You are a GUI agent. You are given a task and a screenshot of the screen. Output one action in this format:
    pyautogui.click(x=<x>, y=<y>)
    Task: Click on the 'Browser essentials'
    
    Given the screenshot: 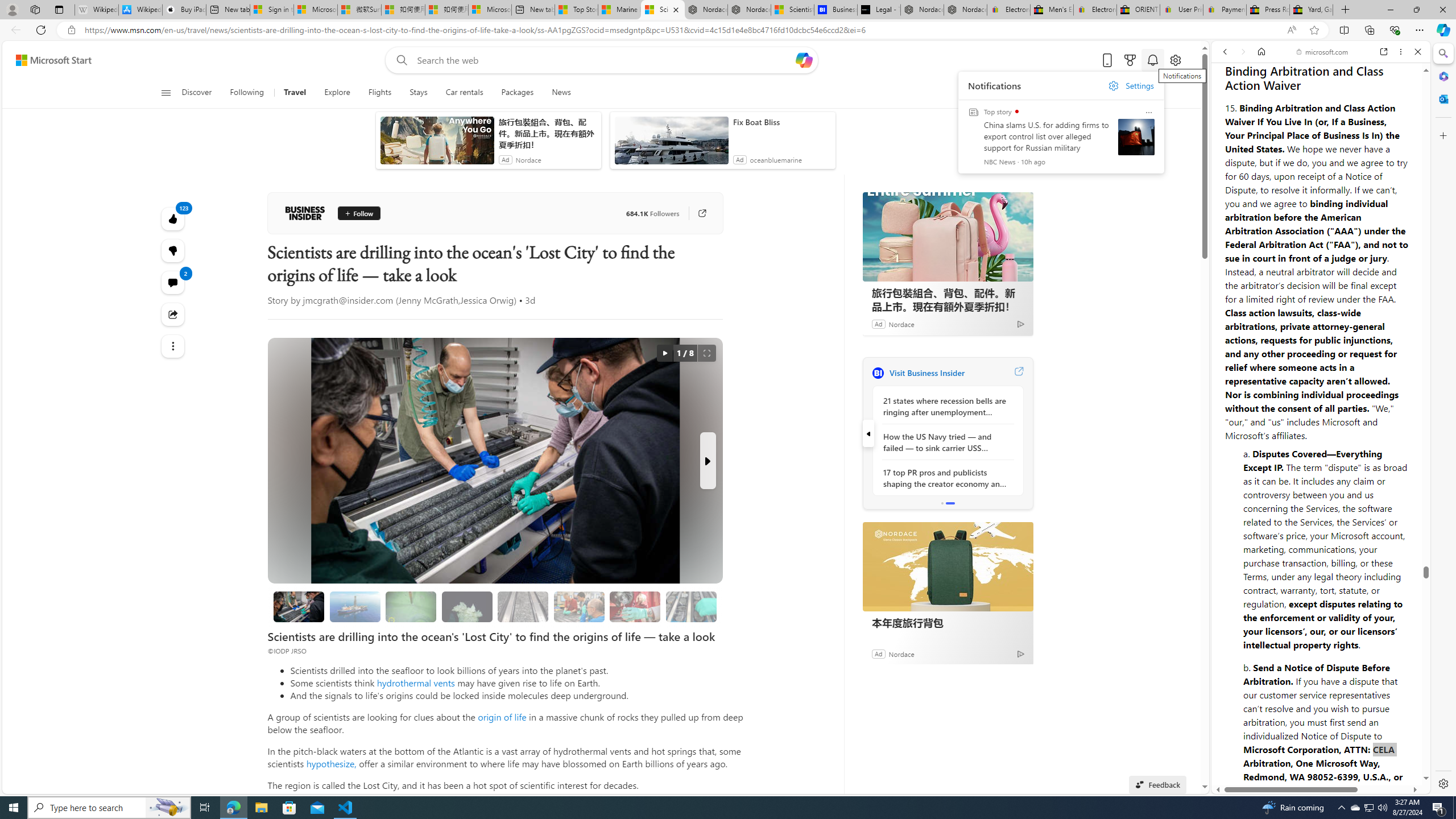 What is the action you would take?
    pyautogui.click(x=1394, y=29)
    